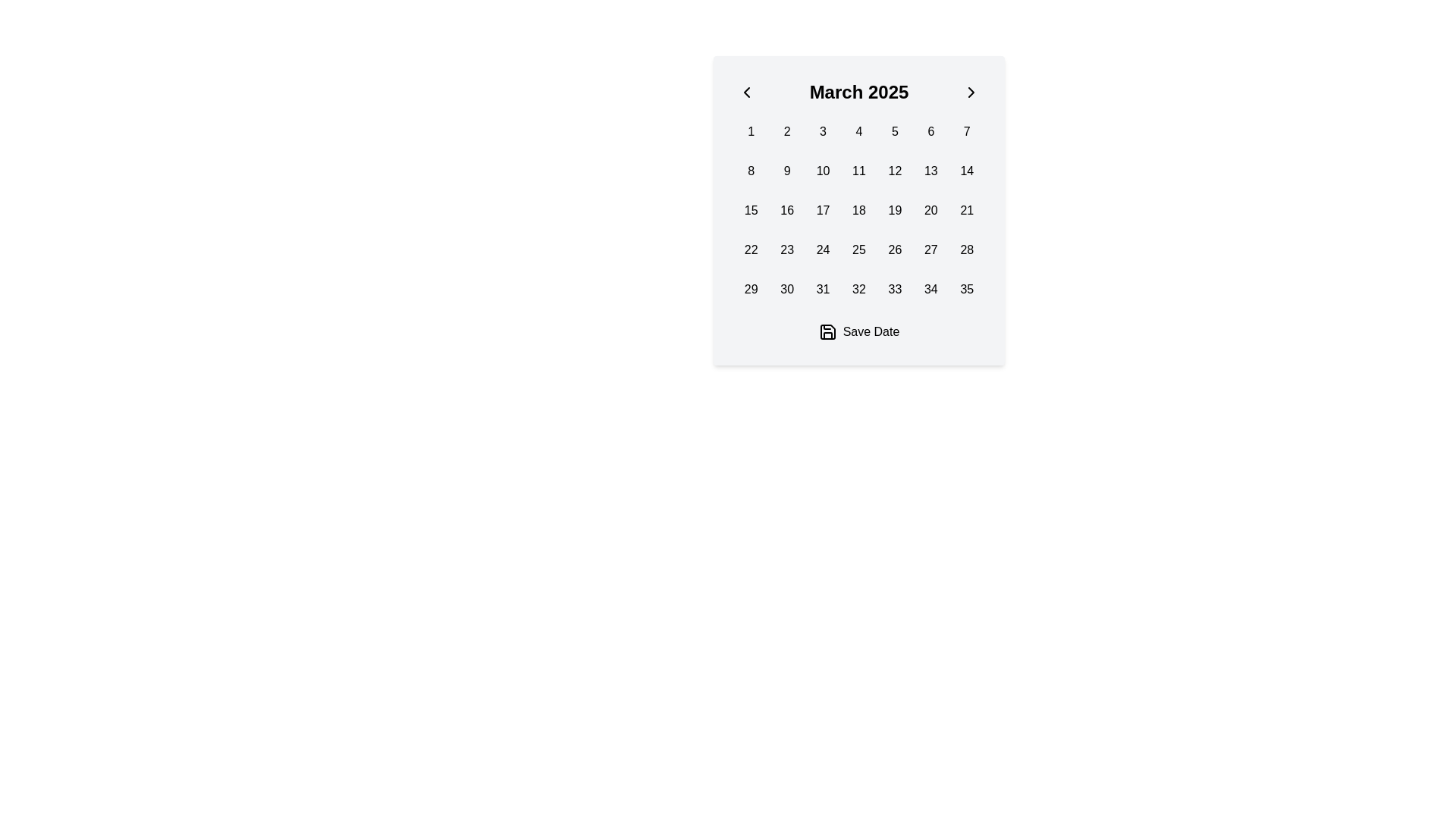 The width and height of the screenshot is (1456, 819). Describe the element at coordinates (786, 171) in the screenshot. I see `the button labeled '9' in the calendar interface` at that location.